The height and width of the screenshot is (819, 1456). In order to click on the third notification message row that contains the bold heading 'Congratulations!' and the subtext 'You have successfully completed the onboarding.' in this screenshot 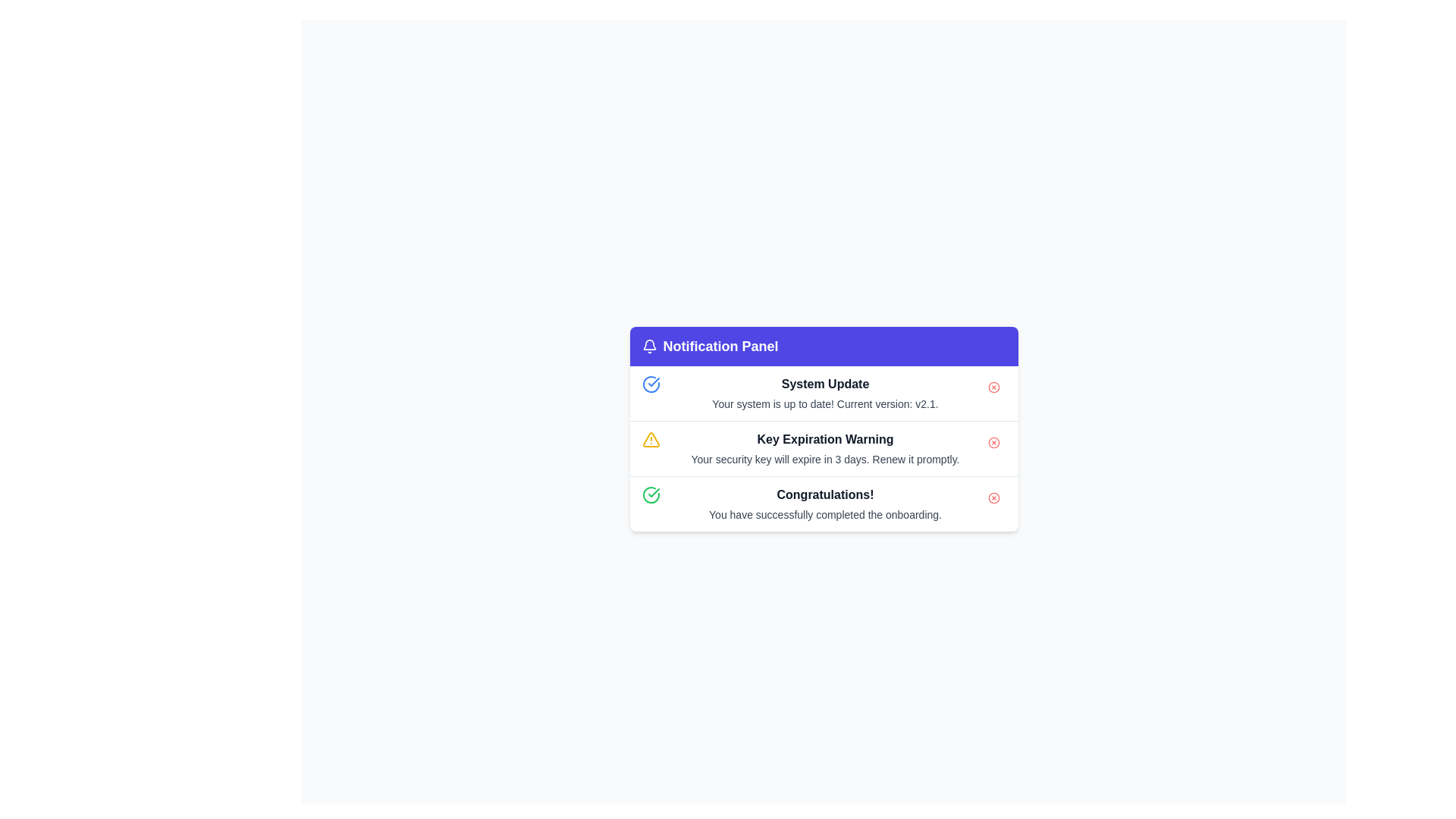, I will do `click(823, 504)`.